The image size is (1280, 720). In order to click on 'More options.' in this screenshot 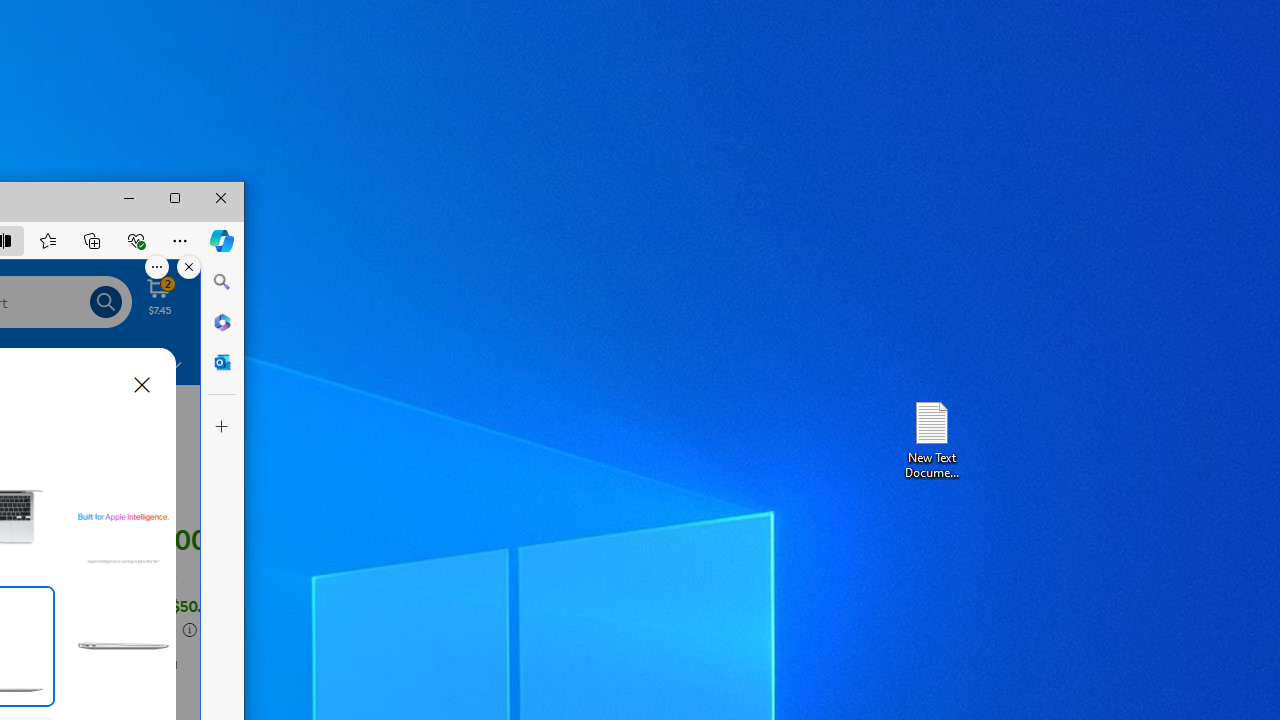, I will do `click(155, 266)`.